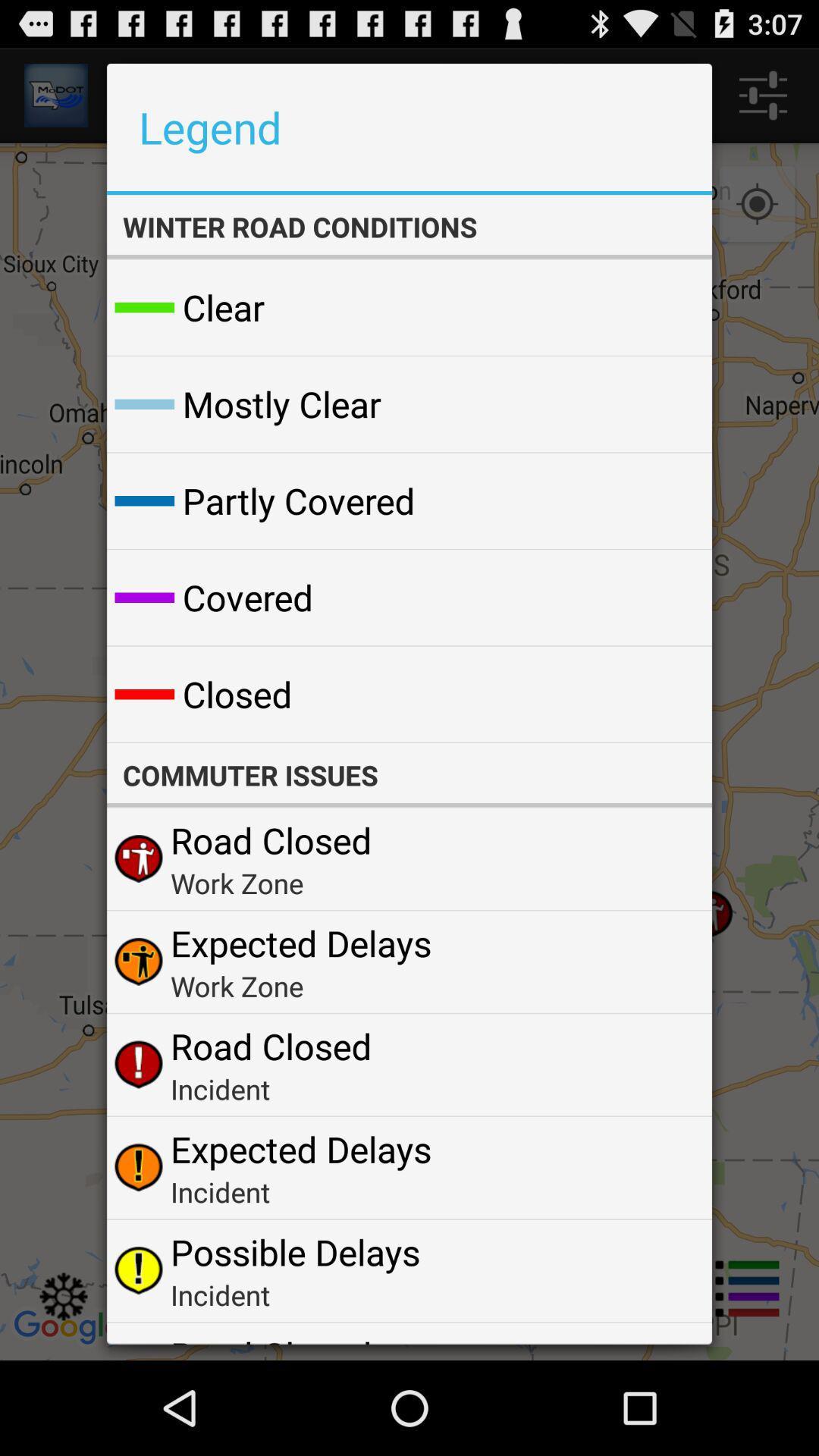 The image size is (819, 1456). I want to click on the app below incident icon, so click(295, 1252).